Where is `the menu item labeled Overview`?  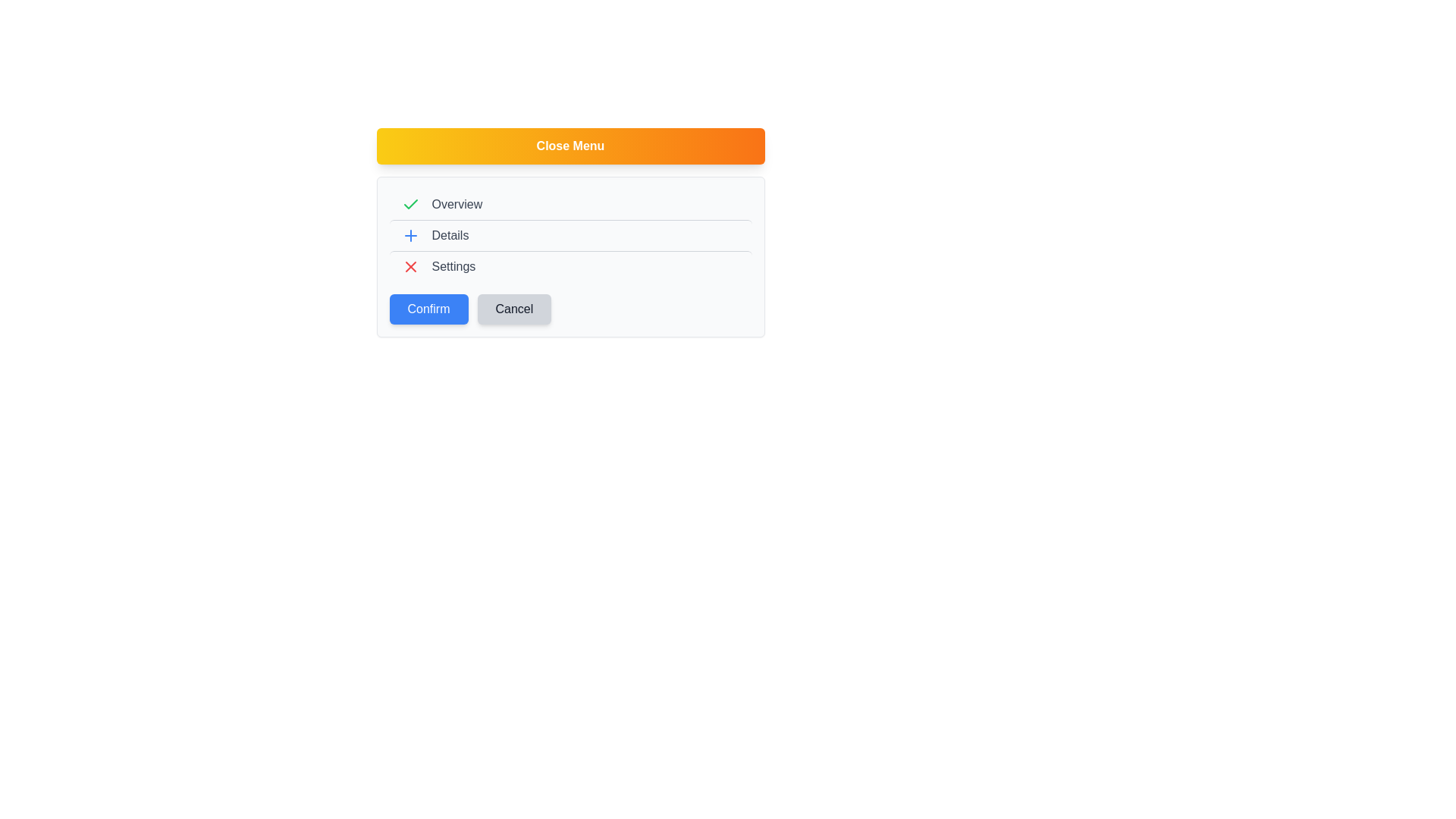 the menu item labeled Overview is located at coordinates (570, 205).